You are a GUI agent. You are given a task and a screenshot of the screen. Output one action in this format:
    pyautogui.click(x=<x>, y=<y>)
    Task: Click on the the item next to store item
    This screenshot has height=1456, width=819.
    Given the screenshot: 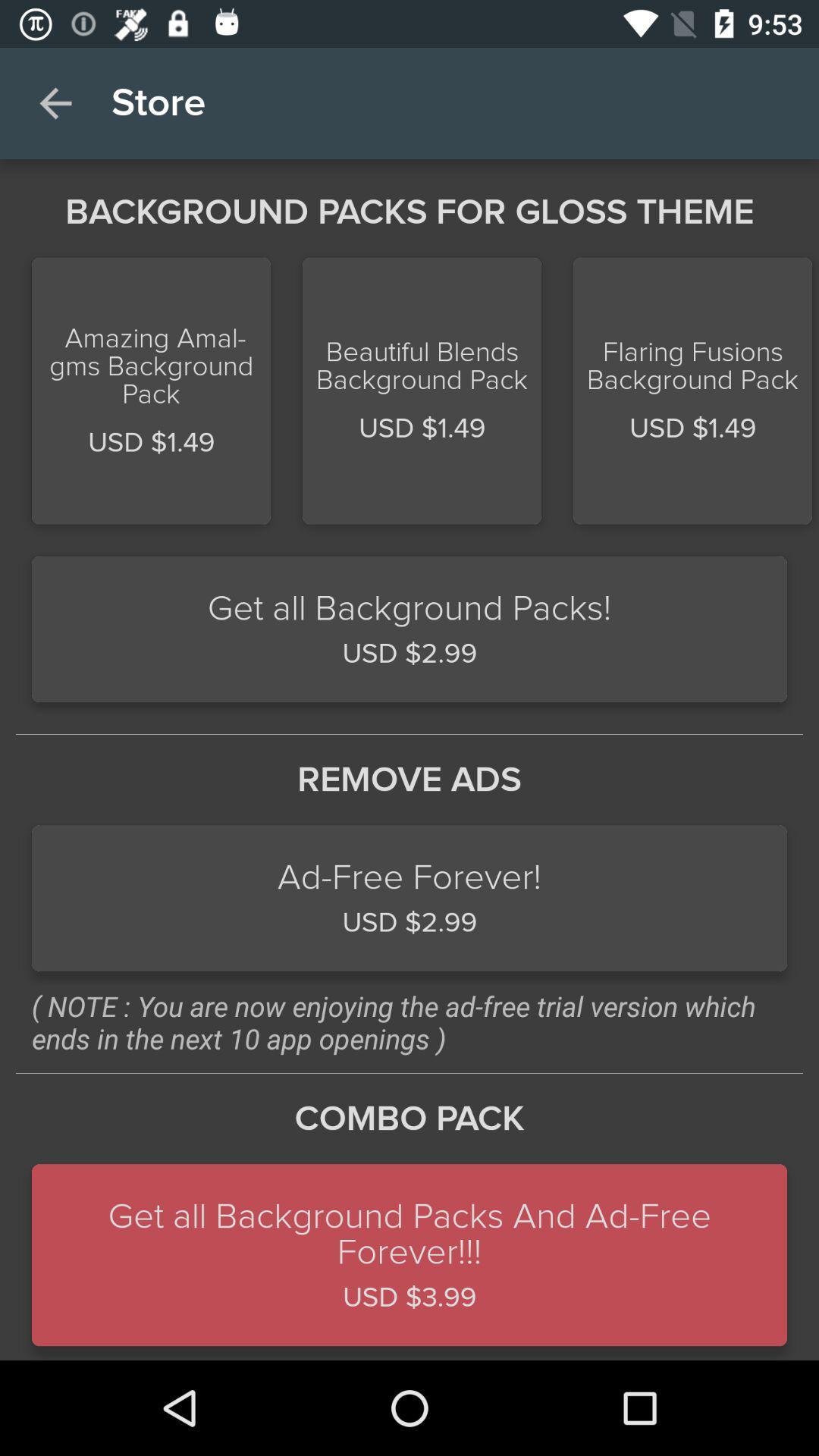 What is the action you would take?
    pyautogui.click(x=55, y=102)
    